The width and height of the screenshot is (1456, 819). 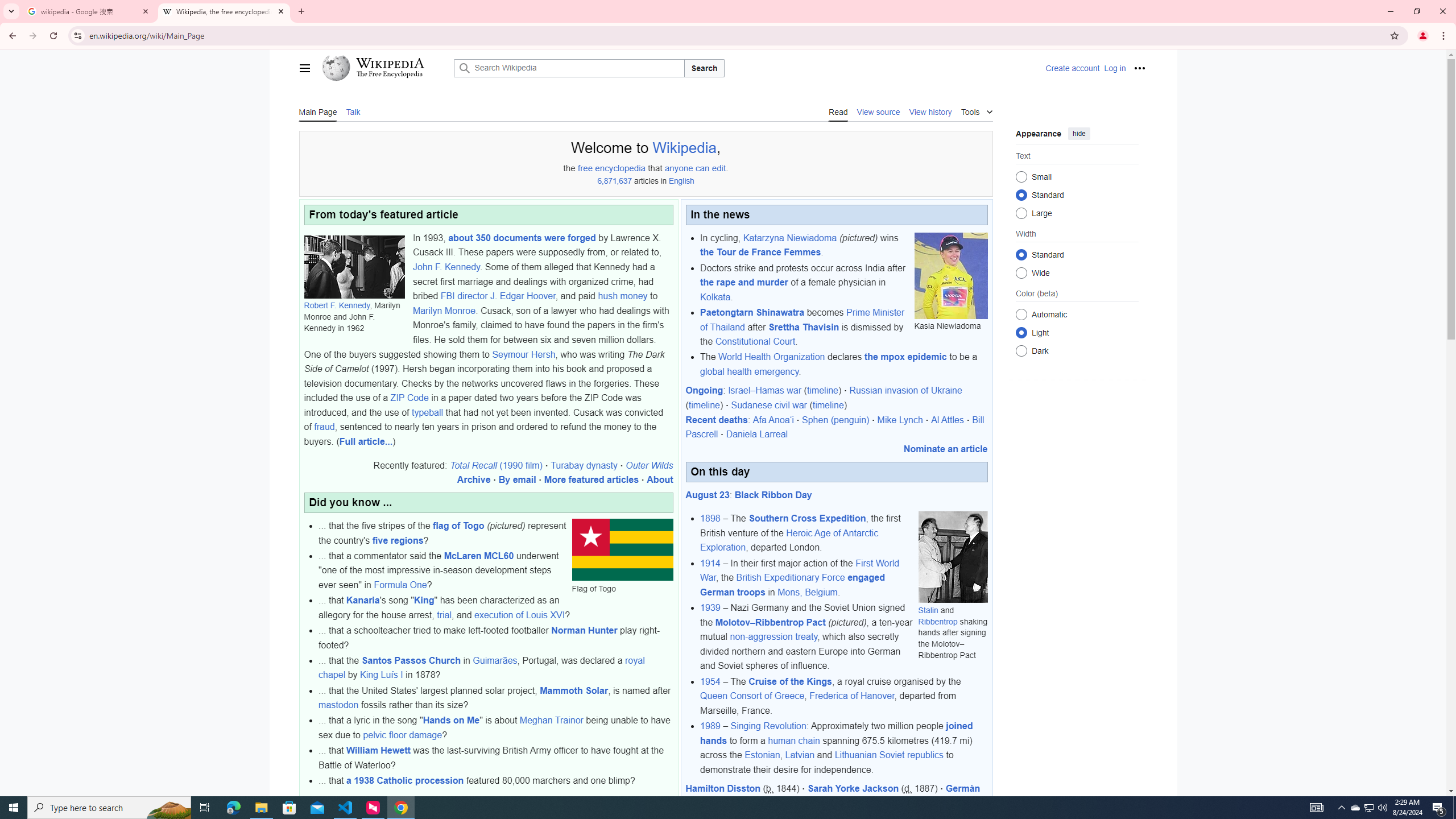 I want to click on '1989', so click(x=710, y=725).